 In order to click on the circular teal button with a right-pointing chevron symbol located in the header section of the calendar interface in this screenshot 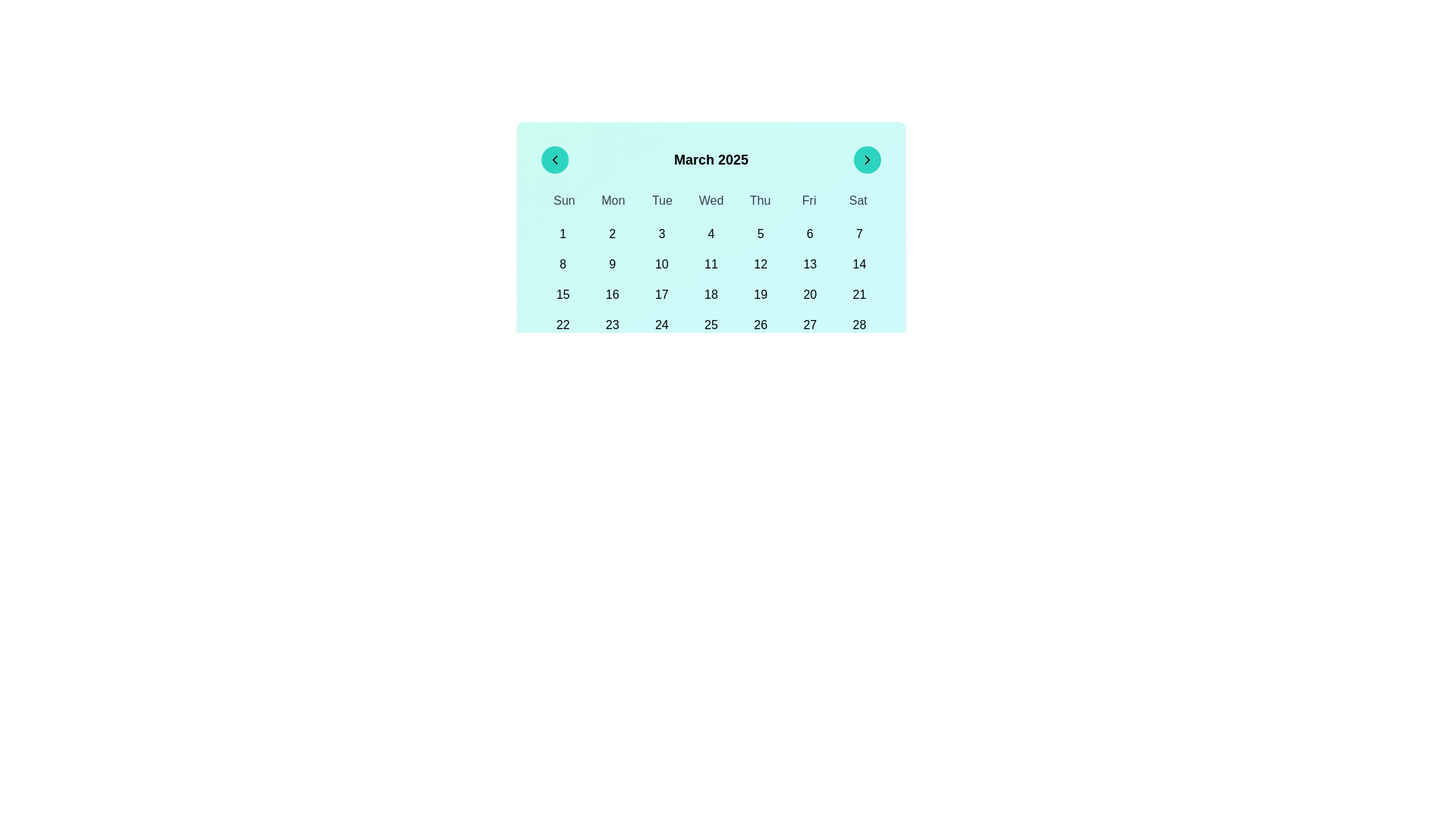, I will do `click(867, 160)`.